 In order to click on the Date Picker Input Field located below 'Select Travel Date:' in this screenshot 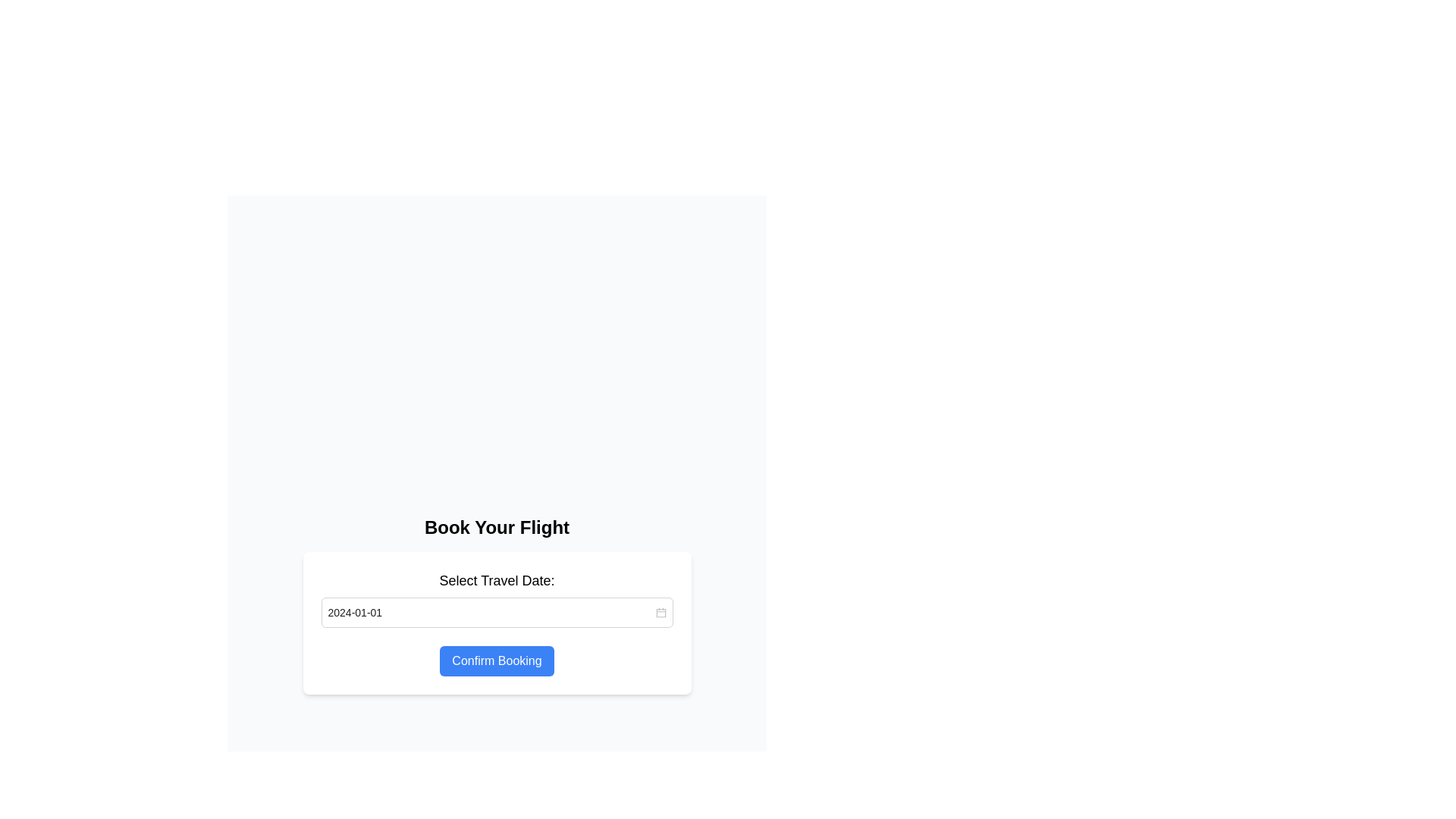, I will do `click(497, 611)`.